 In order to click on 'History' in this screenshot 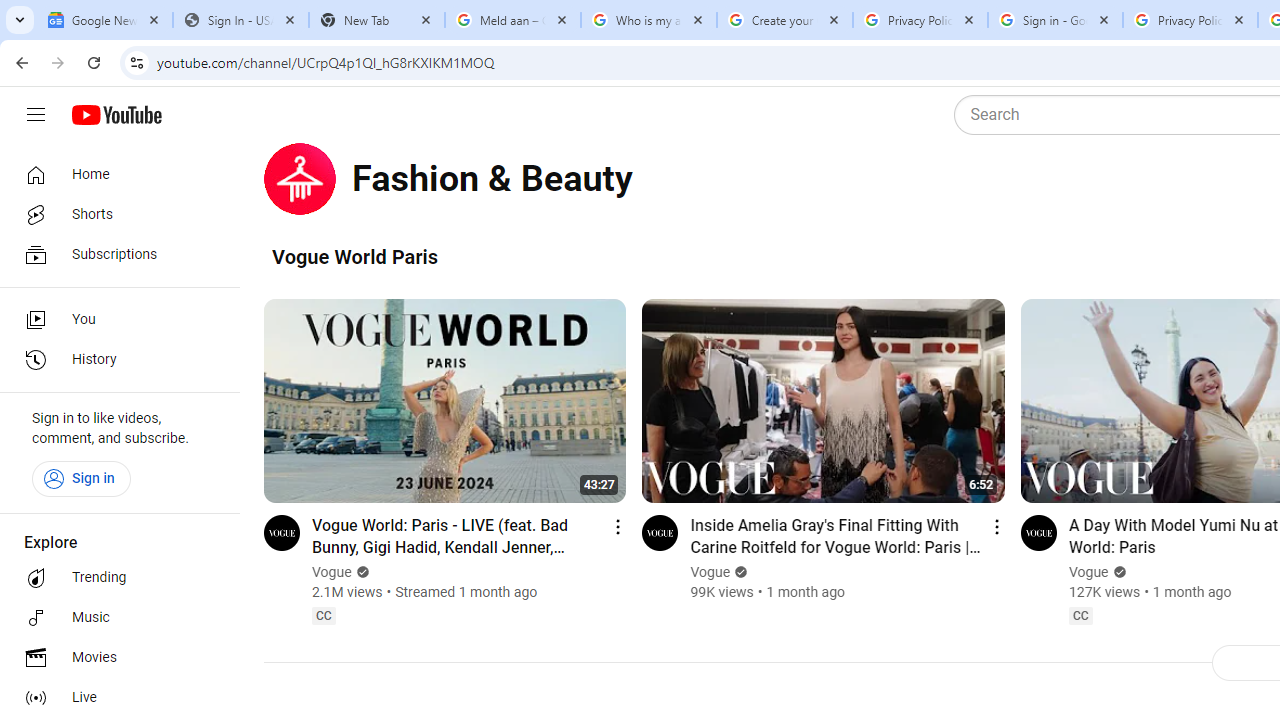, I will do `click(112, 360)`.